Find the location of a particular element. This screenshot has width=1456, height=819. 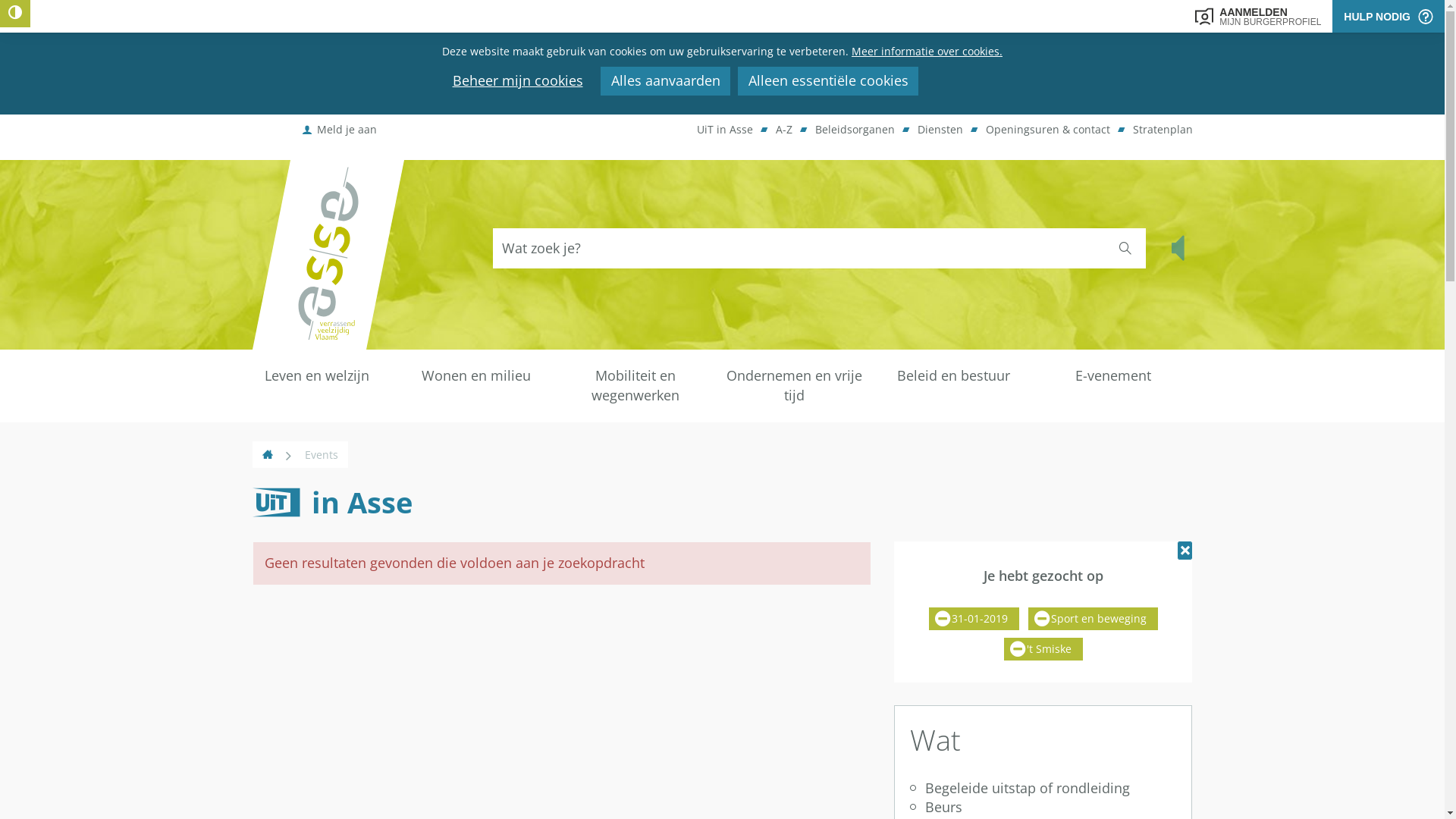

'UiT in Asse' is located at coordinates (723, 129).